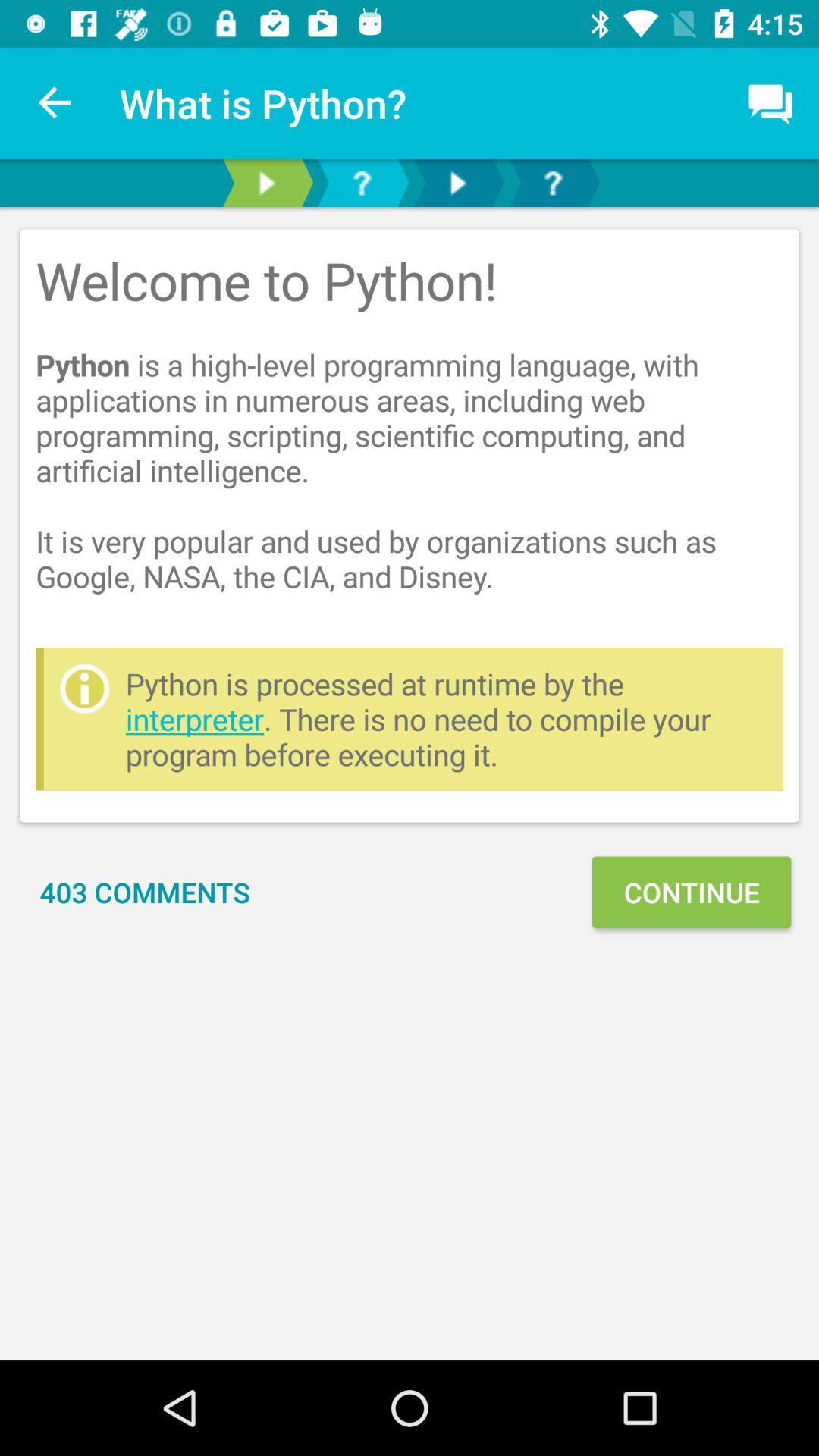 This screenshot has width=819, height=1456. What do you see at coordinates (553, 182) in the screenshot?
I see `get help` at bounding box center [553, 182].